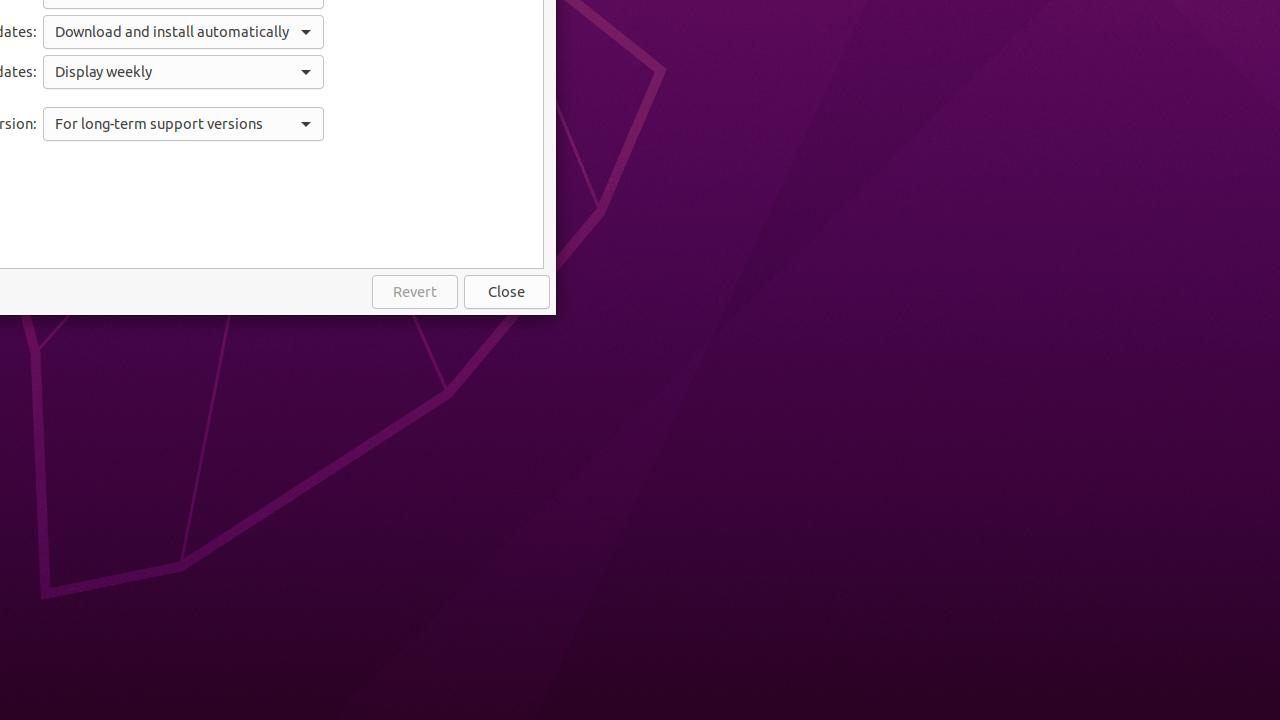 This screenshot has height=720, width=1280. What do you see at coordinates (183, 123) in the screenshot?
I see `'For long-term support versions'` at bounding box center [183, 123].